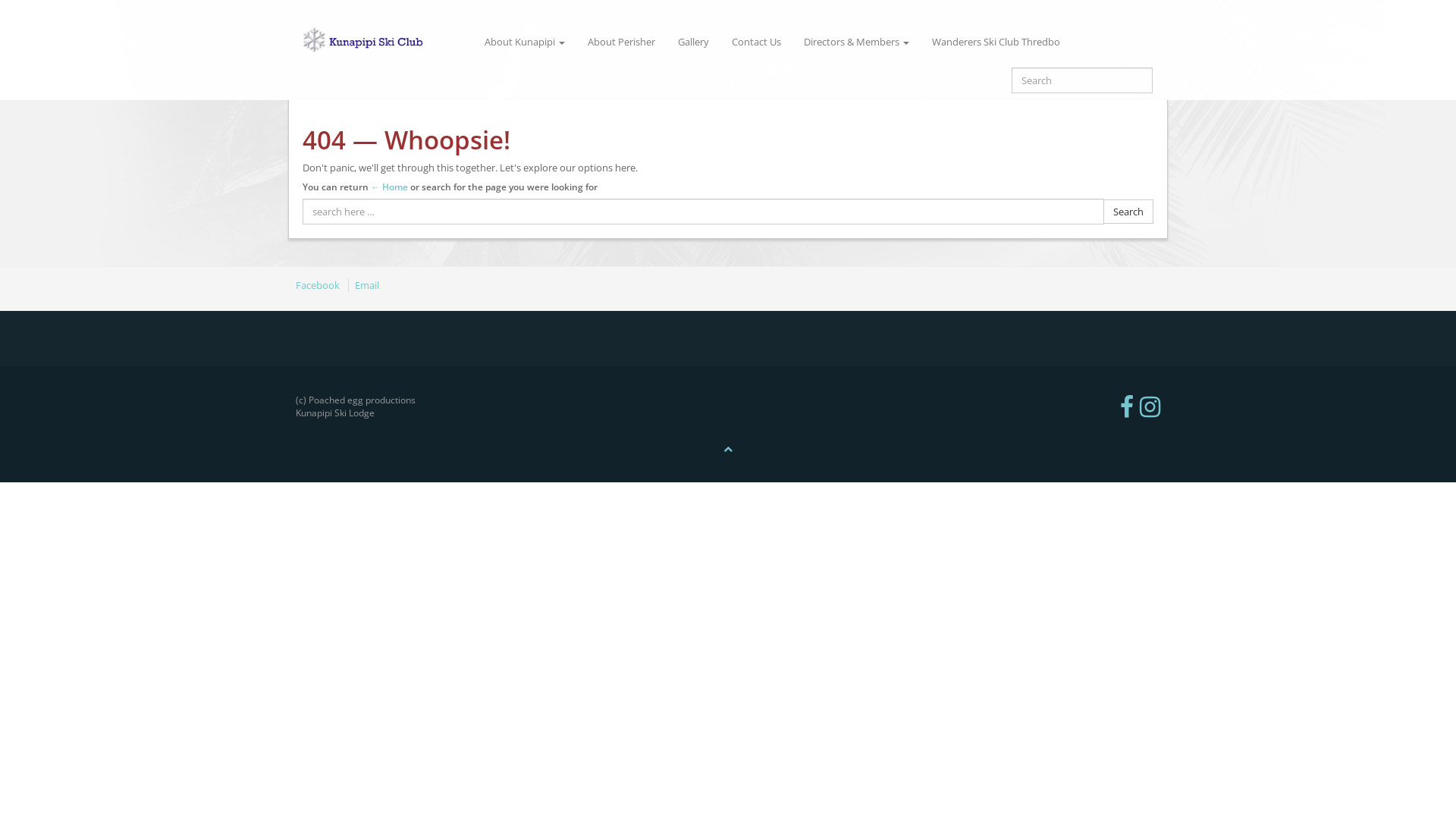 This screenshot has height=819, width=1456. What do you see at coordinates (996, 40) in the screenshot?
I see `'Wanderers Ski Club Thredbo'` at bounding box center [996, 40].